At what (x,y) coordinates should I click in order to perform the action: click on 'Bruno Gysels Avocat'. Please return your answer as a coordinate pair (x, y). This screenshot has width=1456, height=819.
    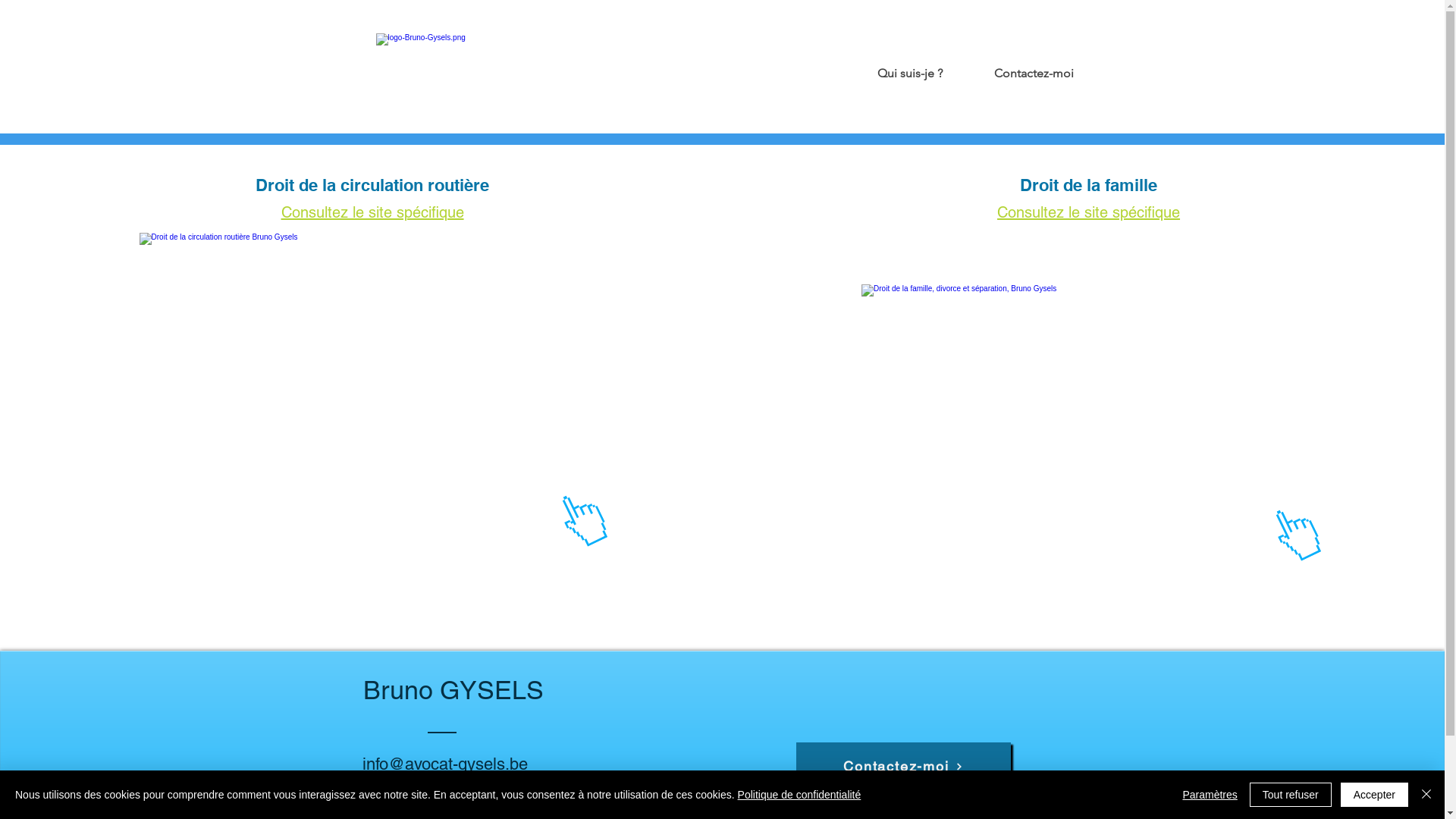
    Looking at the image, I should click on (375, 65).